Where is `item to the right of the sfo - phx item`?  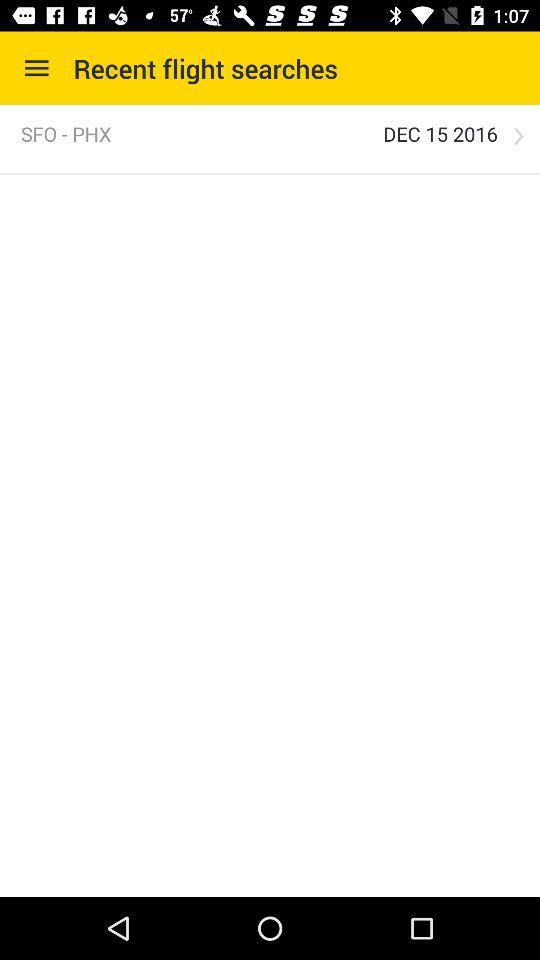 item to the right of the sfo - phx item is located at coordinates (440, 133).